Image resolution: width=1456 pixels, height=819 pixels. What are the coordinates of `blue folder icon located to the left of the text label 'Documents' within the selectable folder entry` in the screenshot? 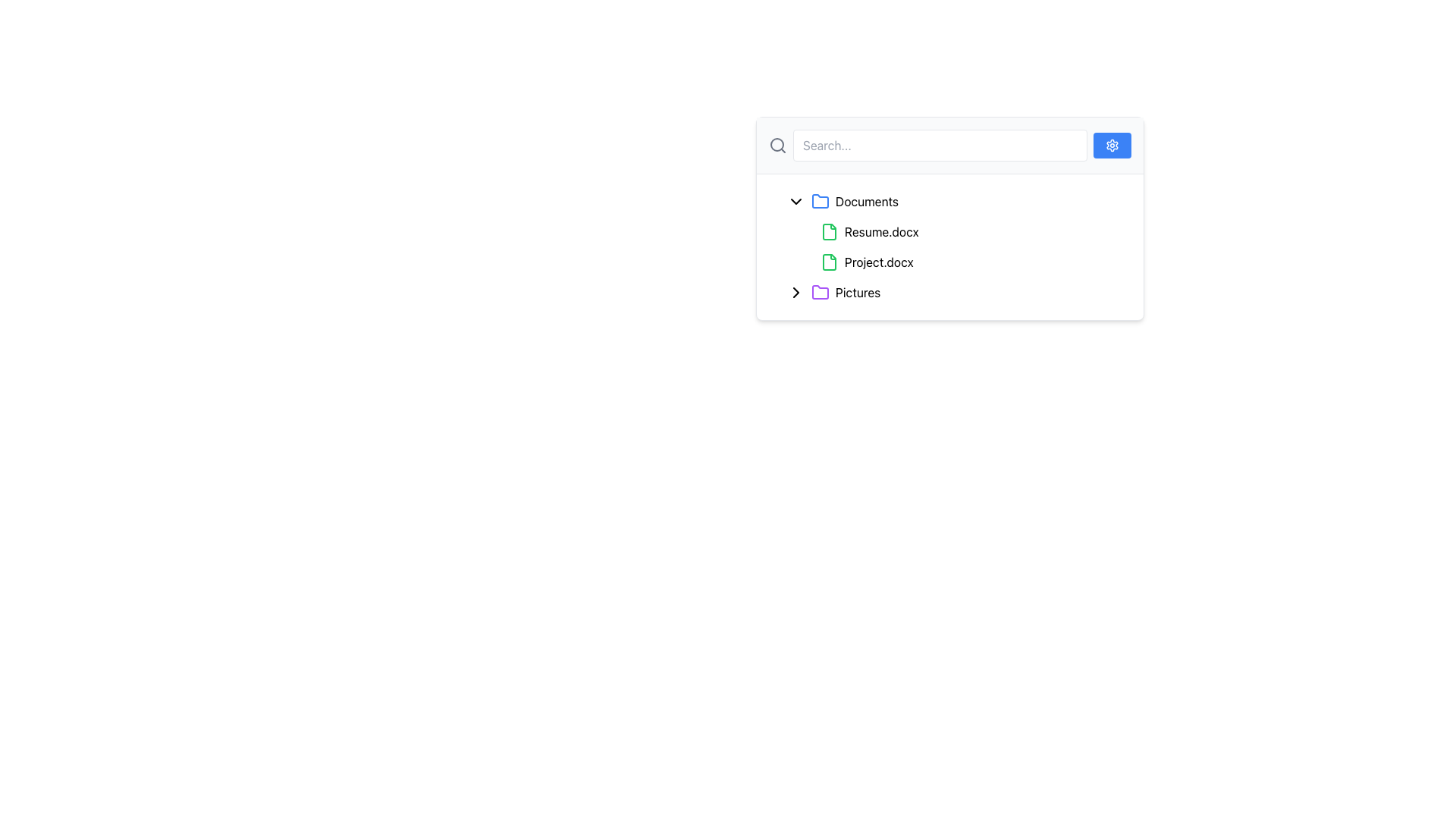 It's located at (819, 201).